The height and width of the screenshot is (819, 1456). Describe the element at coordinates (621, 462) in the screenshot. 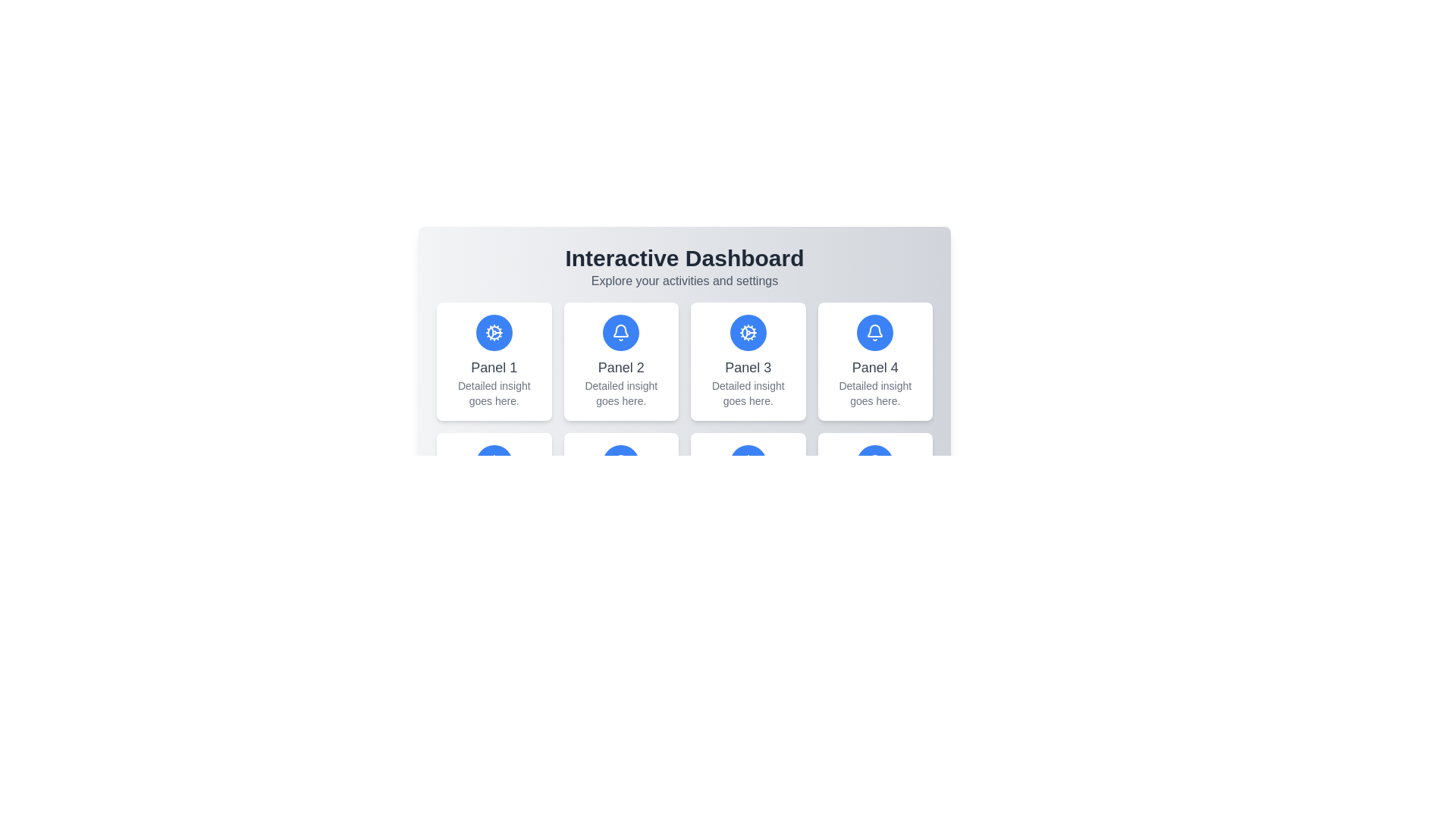

I see `the notification icon located in the blue circular section atop the second panel of the first row in the dashboard layout` at that location.